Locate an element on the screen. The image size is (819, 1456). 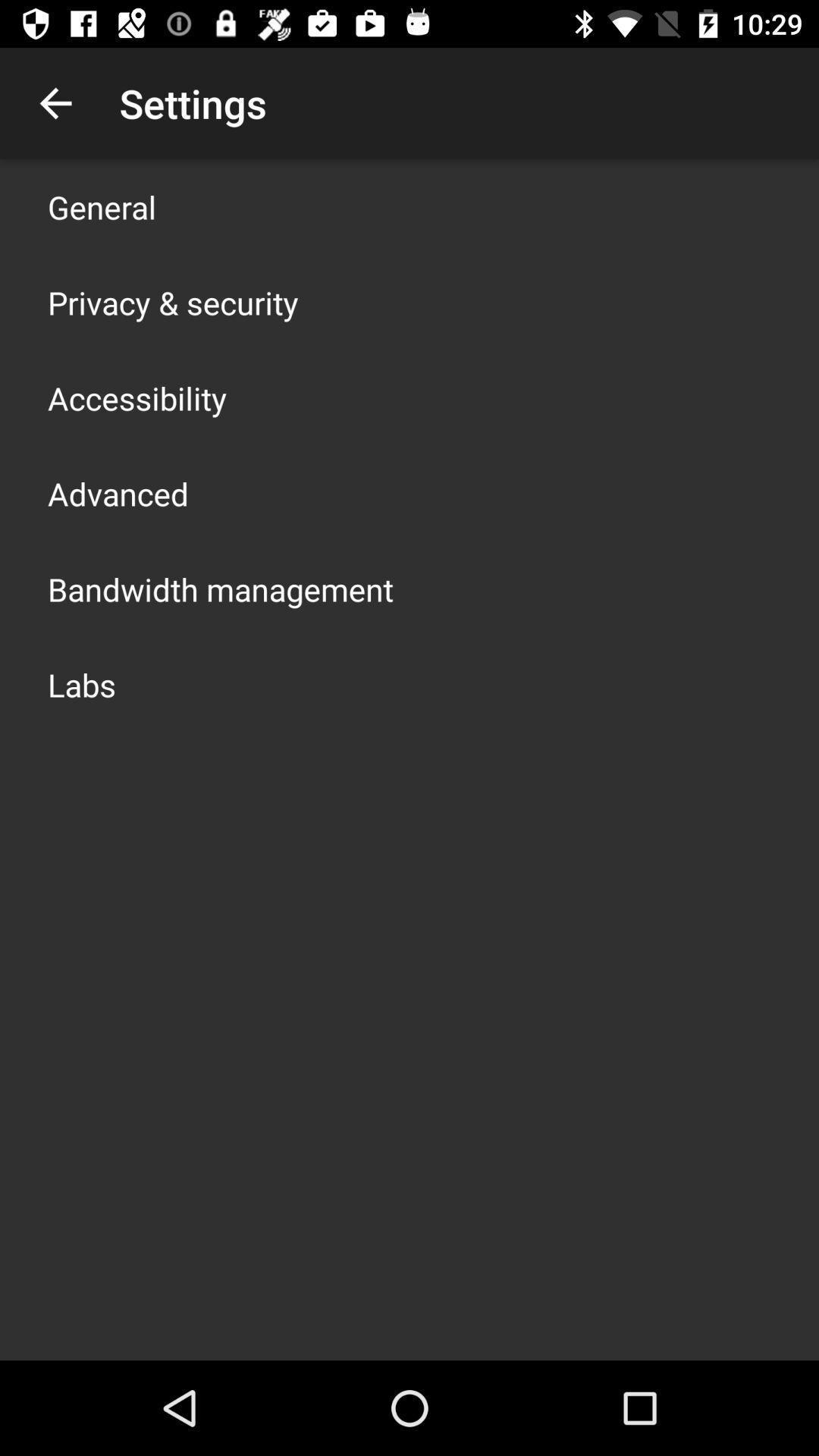
the advanced is located at coordinates (117, 494).